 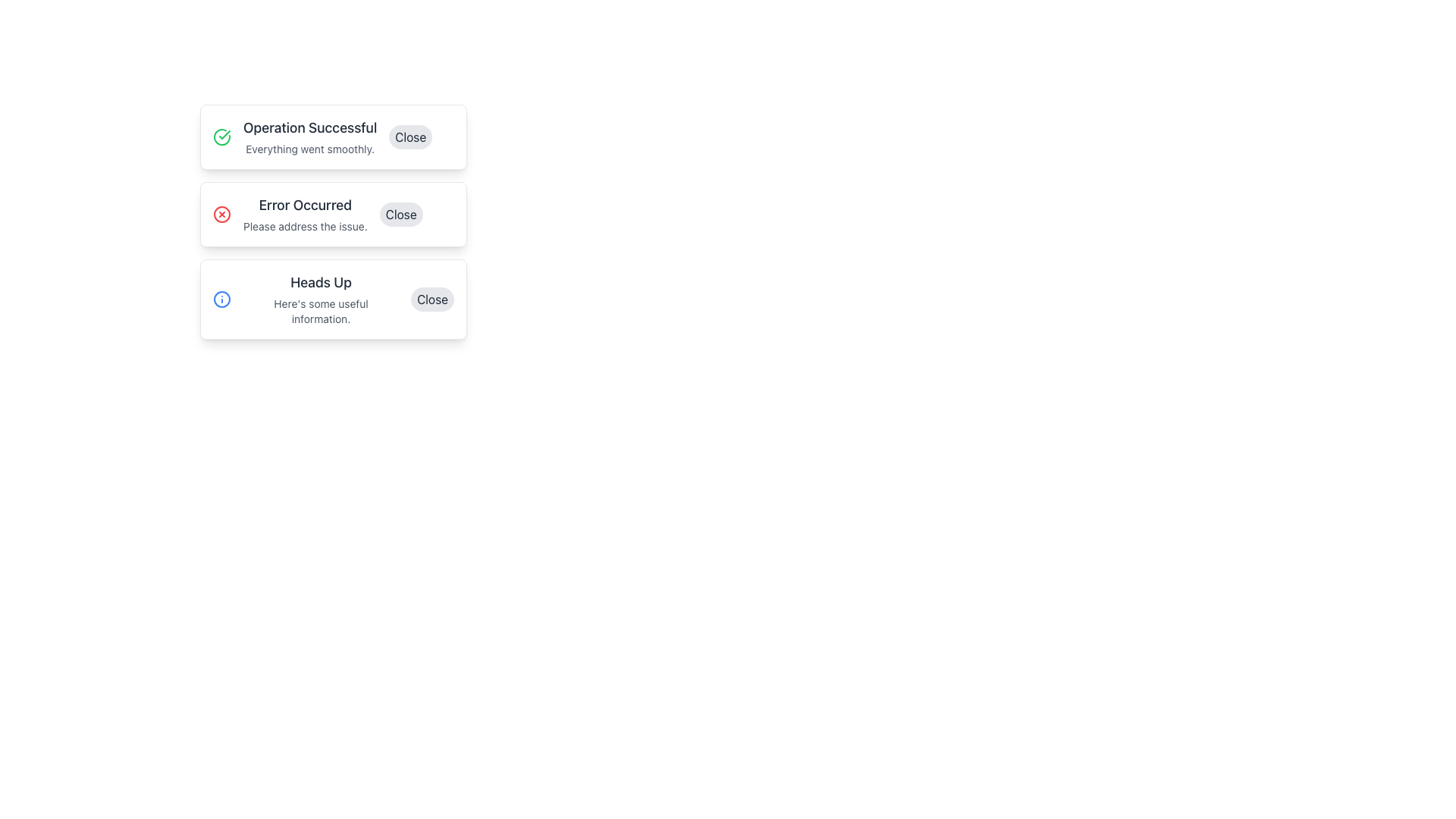 I want to click on the error icon located inside the 'Error Occurred' notification box, positioned to the left of the title 'Error Occurred', so click(x=221, y=214).